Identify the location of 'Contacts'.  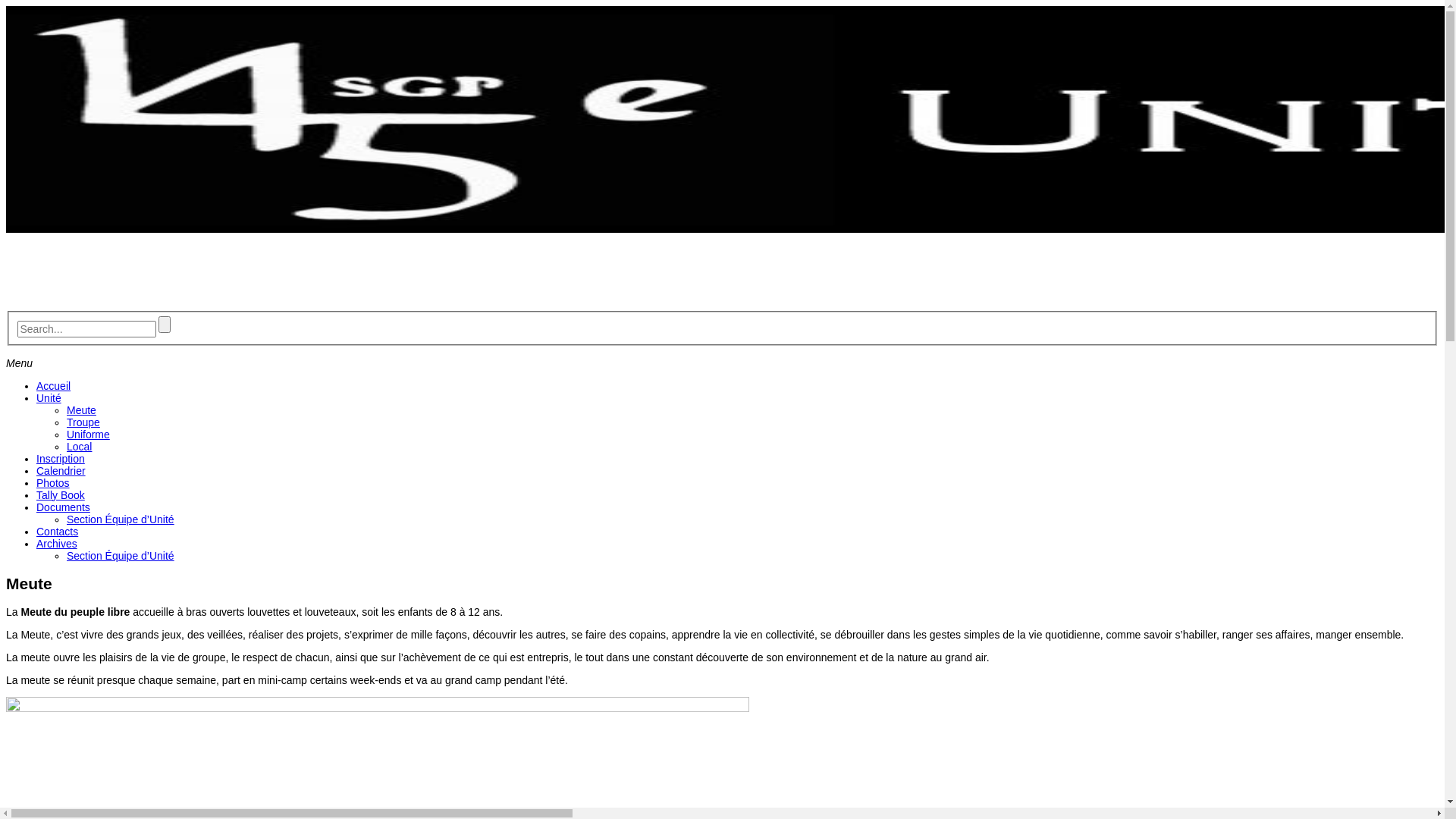
(57, 531).